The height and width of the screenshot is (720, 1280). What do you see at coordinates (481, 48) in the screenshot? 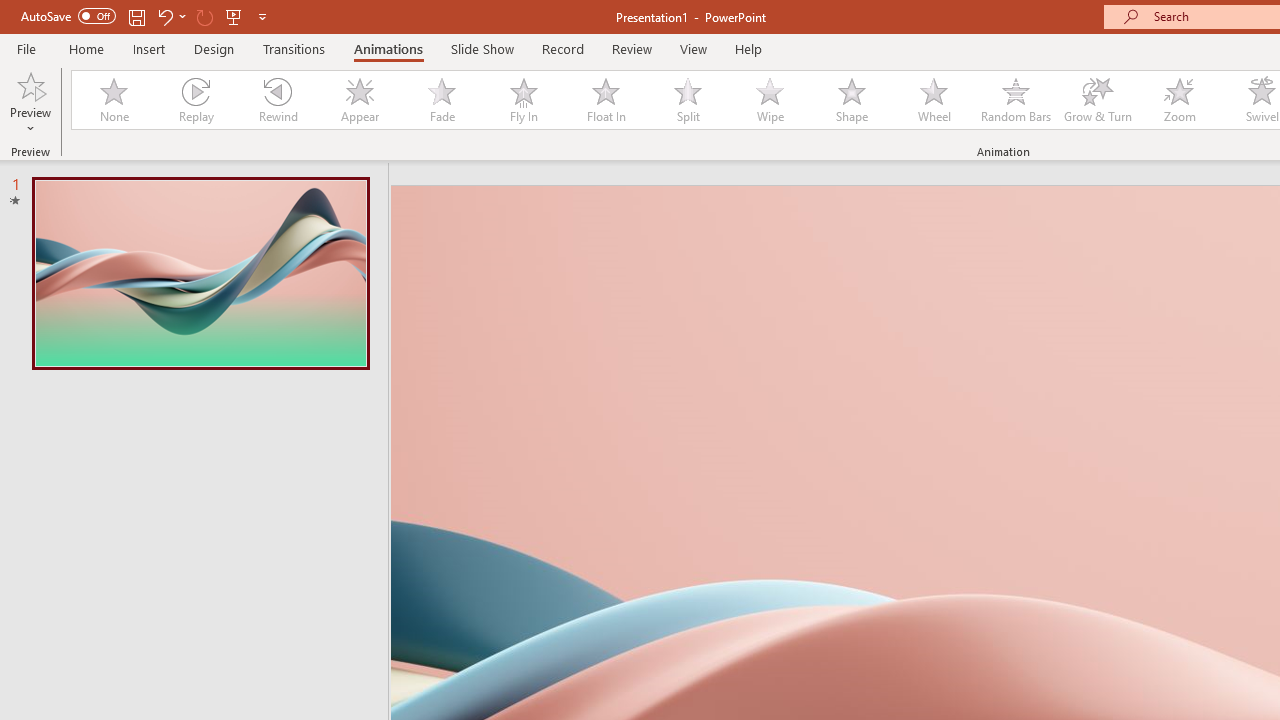
I see `'Slide Show'` at bounding box center [481, 48].